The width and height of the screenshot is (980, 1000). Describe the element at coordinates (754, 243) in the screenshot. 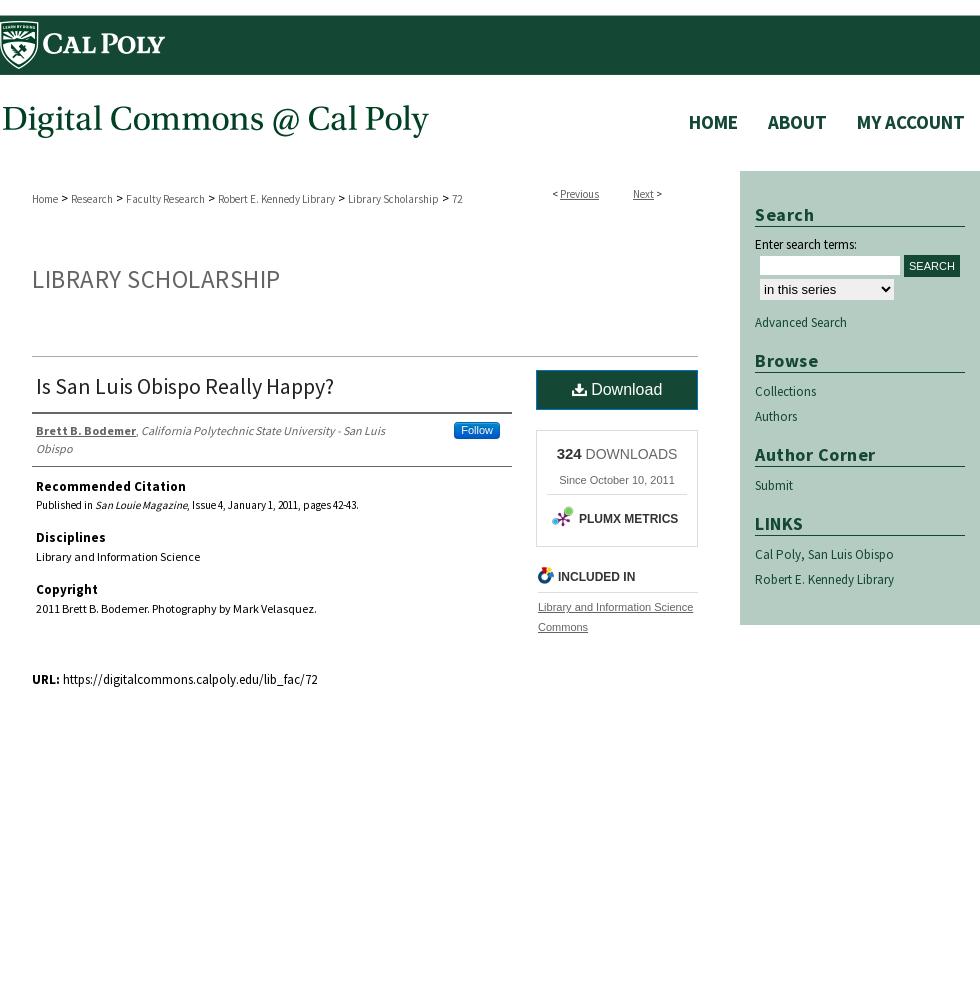

I see `'Enter search terms:'` at that location.